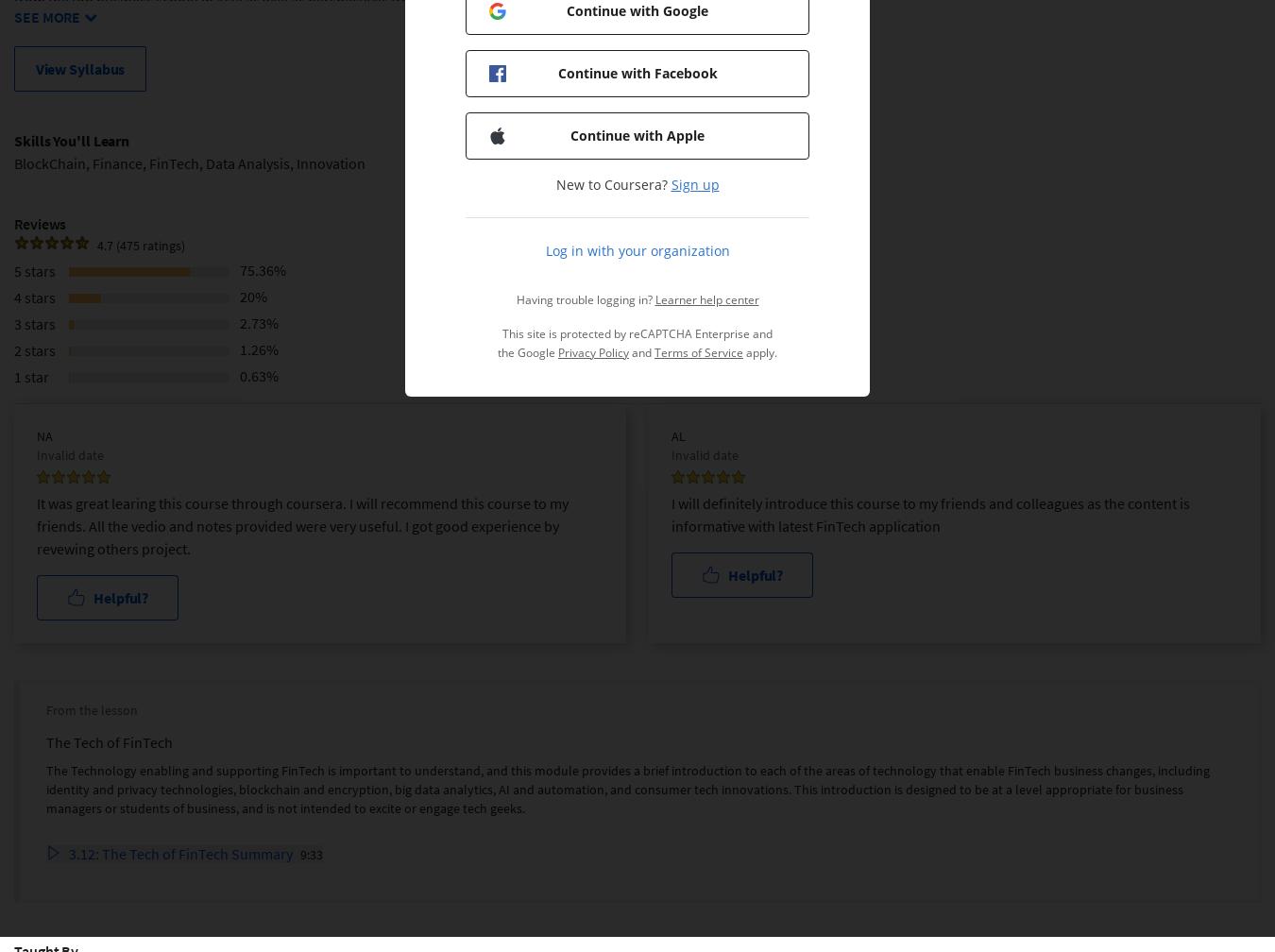 This screenshot has height=952, width=1275. I want to click on 'and', so click(640, 352).